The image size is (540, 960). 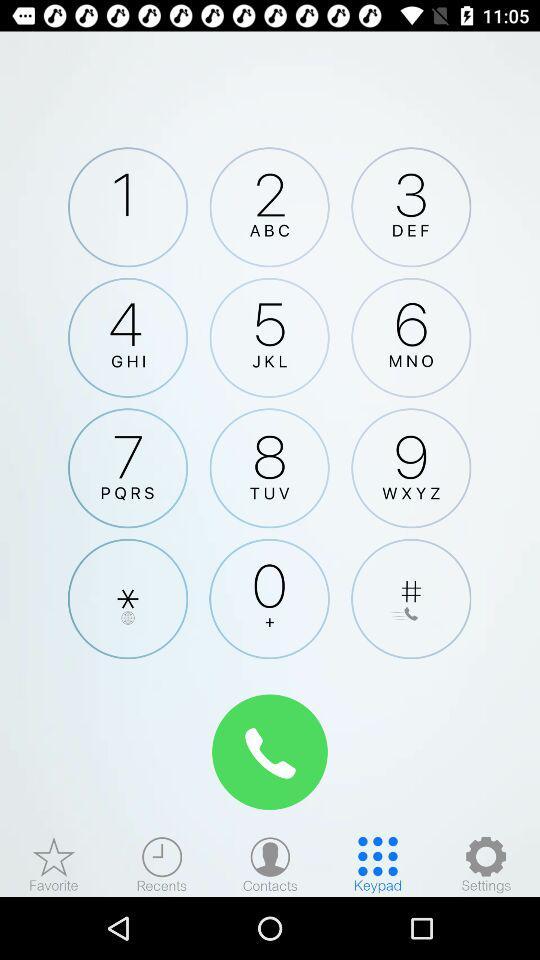 I want to click on prints number 3, so click(x=410, y=207).